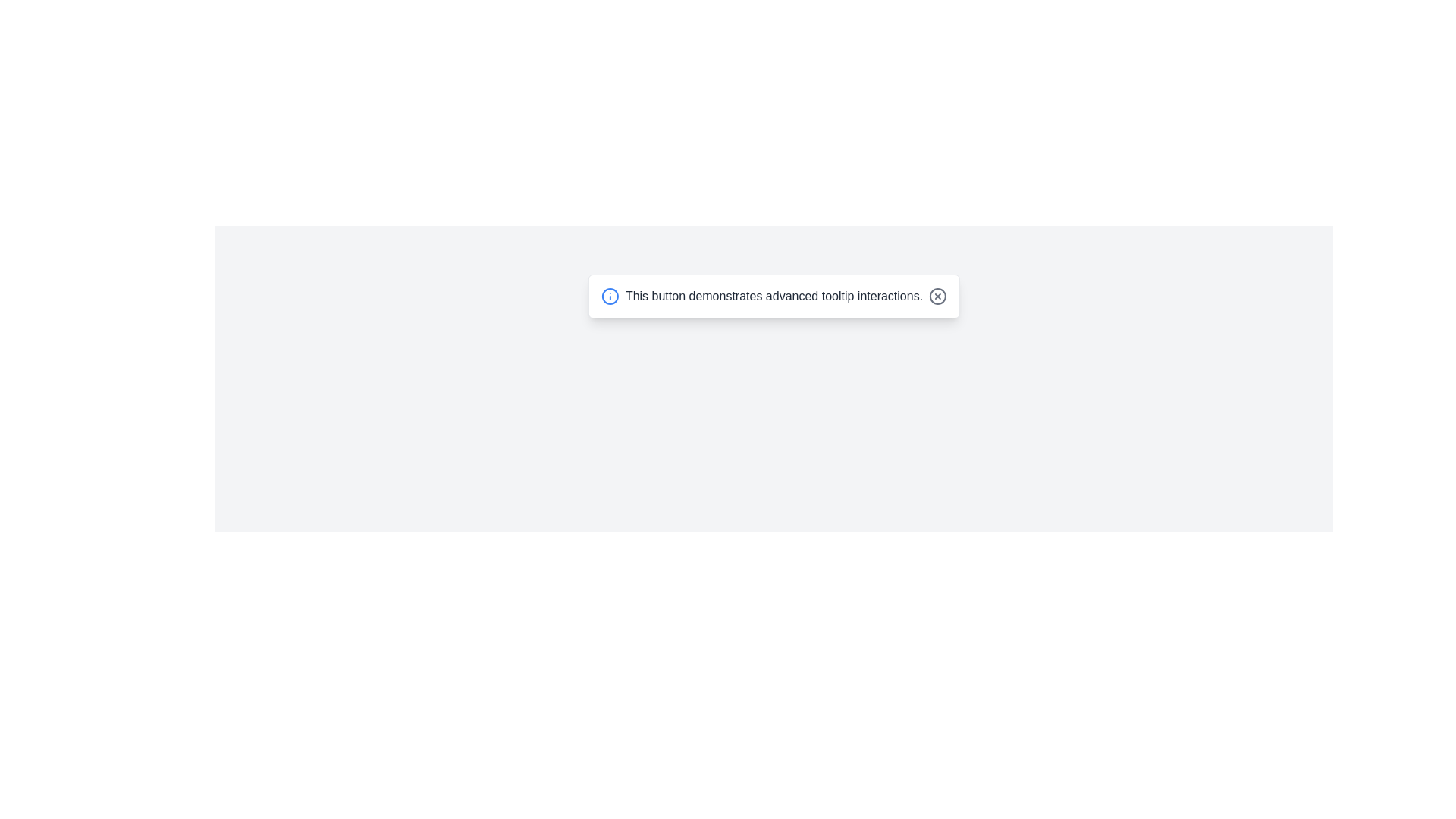  I want to click on text label that displays 'This button demonstrates advanced tooltip interactions.' which is located centrally between a blue information icon on the left and a gray close icon on the right, so click(774, 296).